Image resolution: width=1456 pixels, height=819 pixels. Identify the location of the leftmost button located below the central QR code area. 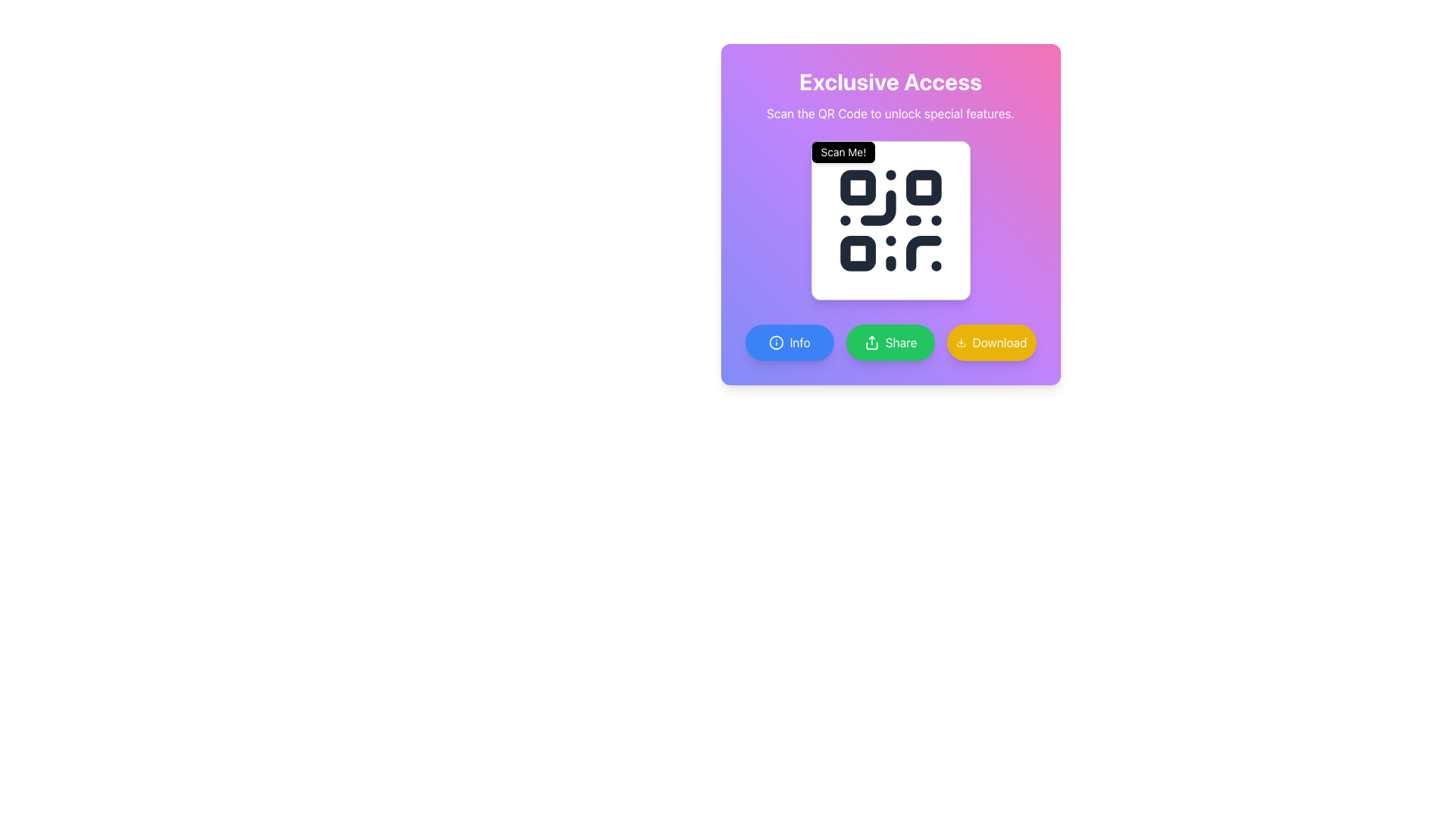
(789, 342).